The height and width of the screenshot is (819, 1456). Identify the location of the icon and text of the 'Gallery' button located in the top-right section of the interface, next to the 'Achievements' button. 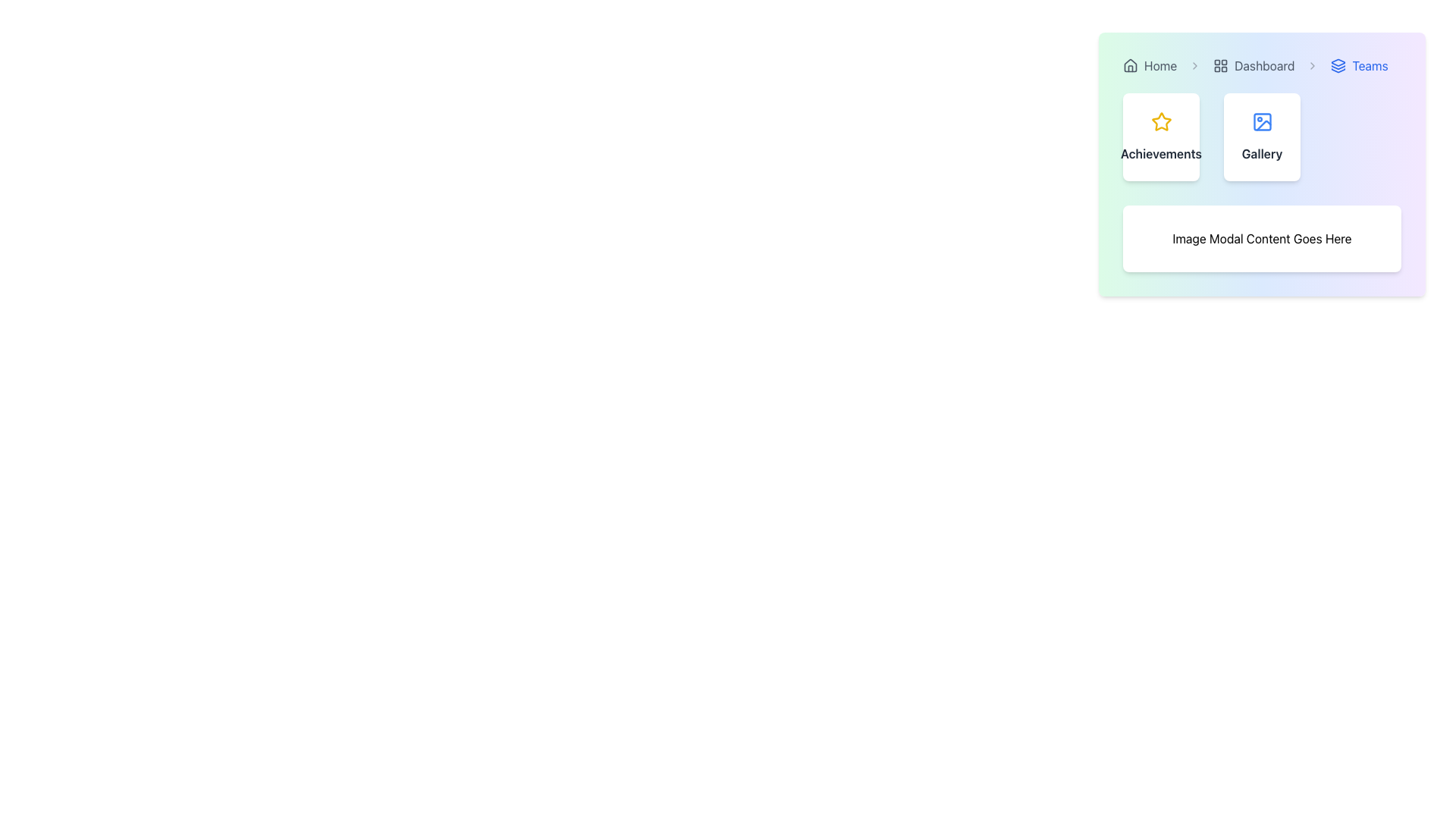
(1262, 137).